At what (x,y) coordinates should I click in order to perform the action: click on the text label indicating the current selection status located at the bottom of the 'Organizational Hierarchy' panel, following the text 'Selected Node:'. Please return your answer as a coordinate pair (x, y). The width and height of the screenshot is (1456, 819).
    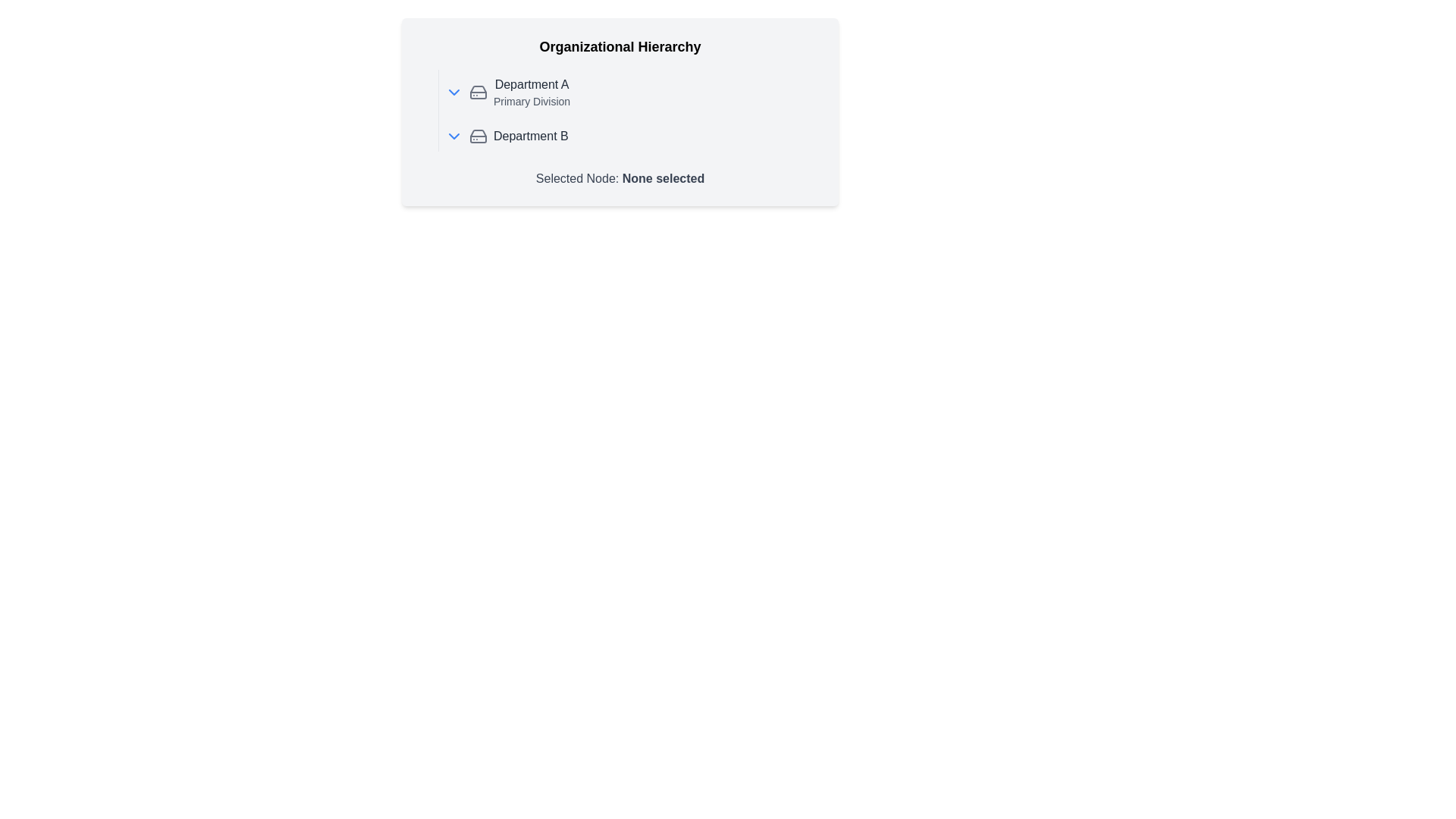
    Looking at the image, I should click on (663, 177).